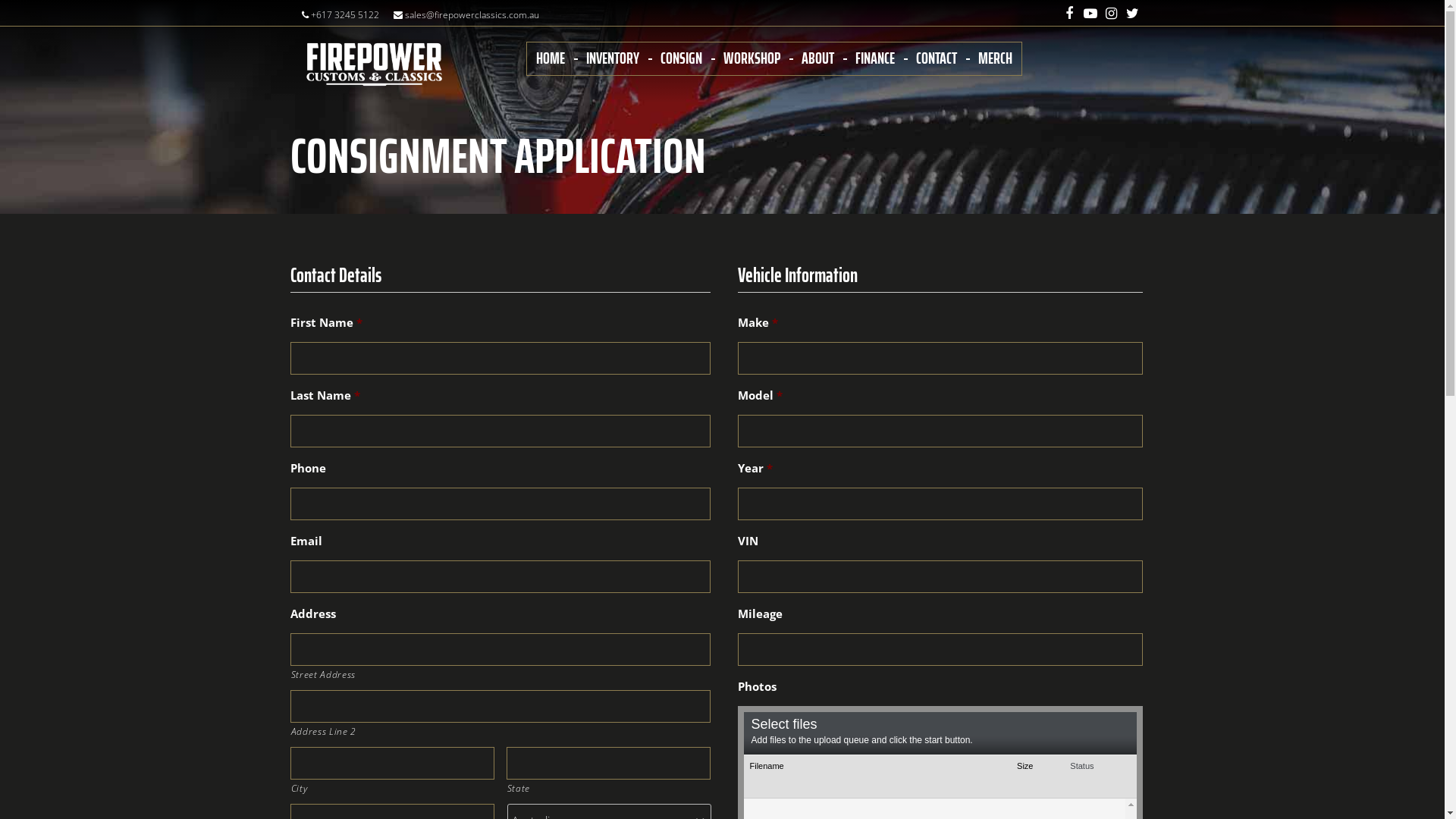 This screenshot has height=819, width=1456. I want to click on 'FINANCE', so click(874, 57).